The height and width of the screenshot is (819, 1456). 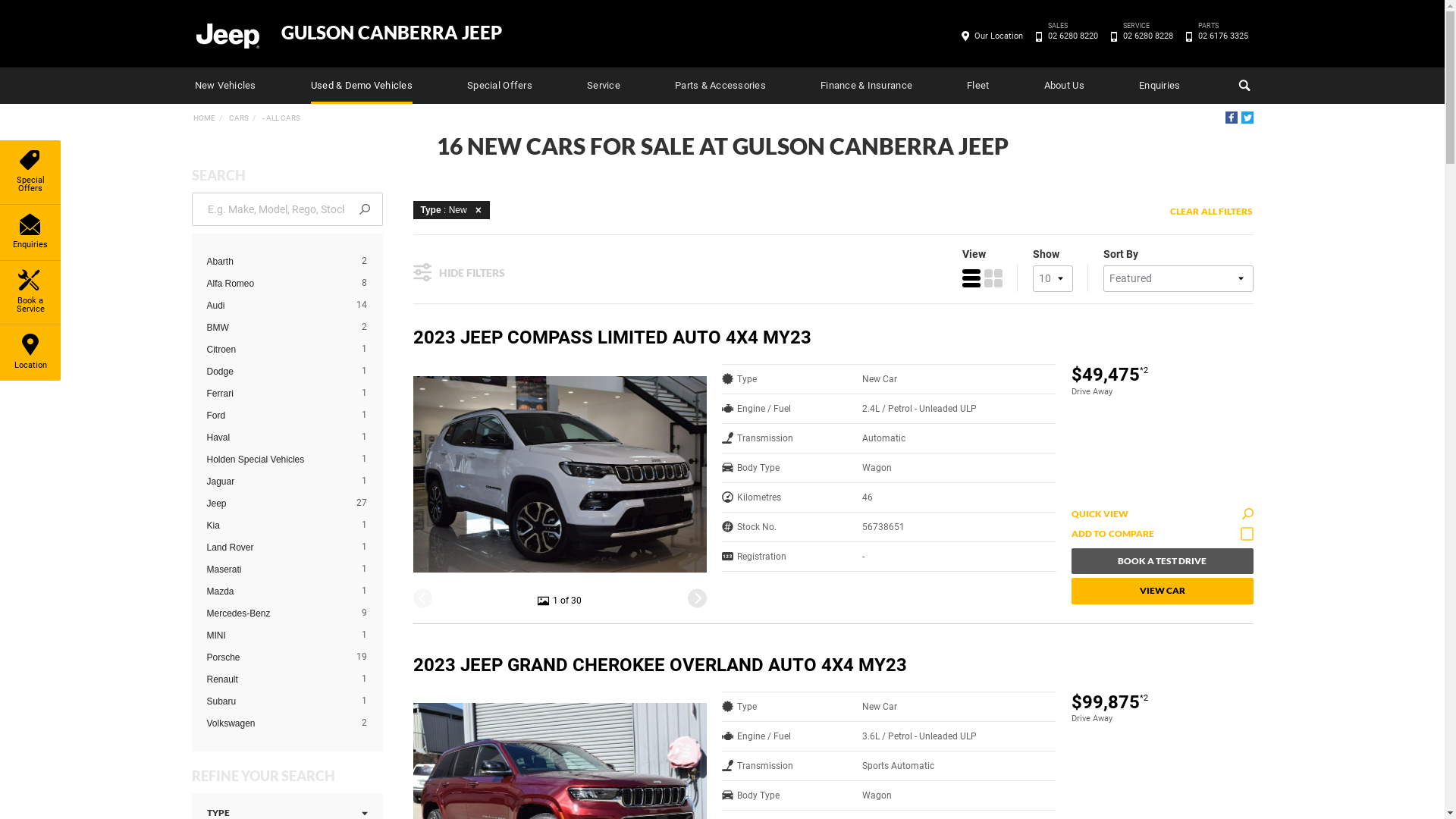 What do you see at coordinates (275, 590) in the screenshot?
I see `'Mazda'` at bounding box center [275, 590].